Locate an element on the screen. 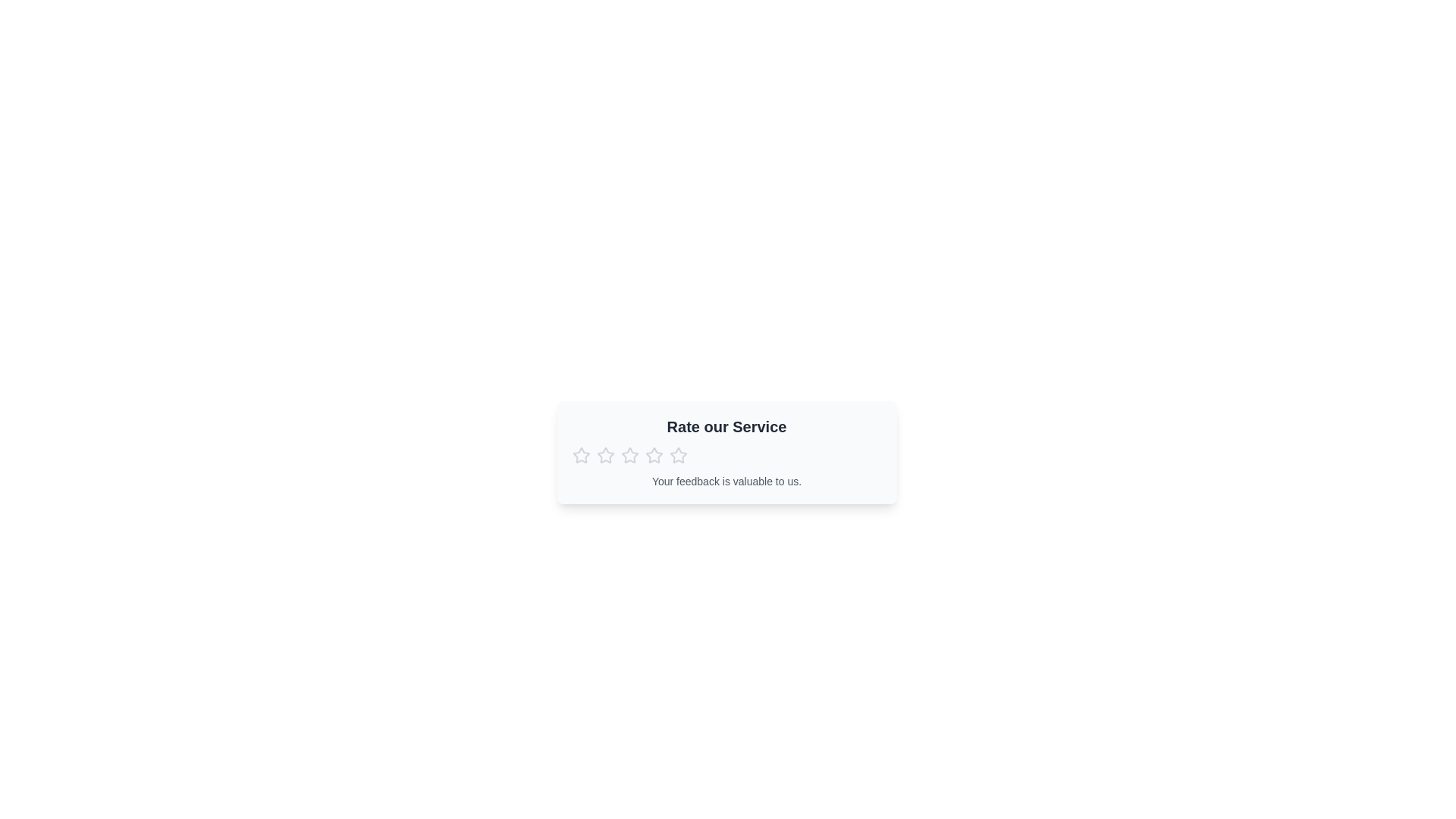 Image resolution: width=1456 pixels, height=819 pixels. the second star-shaped rating icon, which is hollow with a gray outline, located below the text 'Rate our Service' to rate is located at coordinates (629, 454).